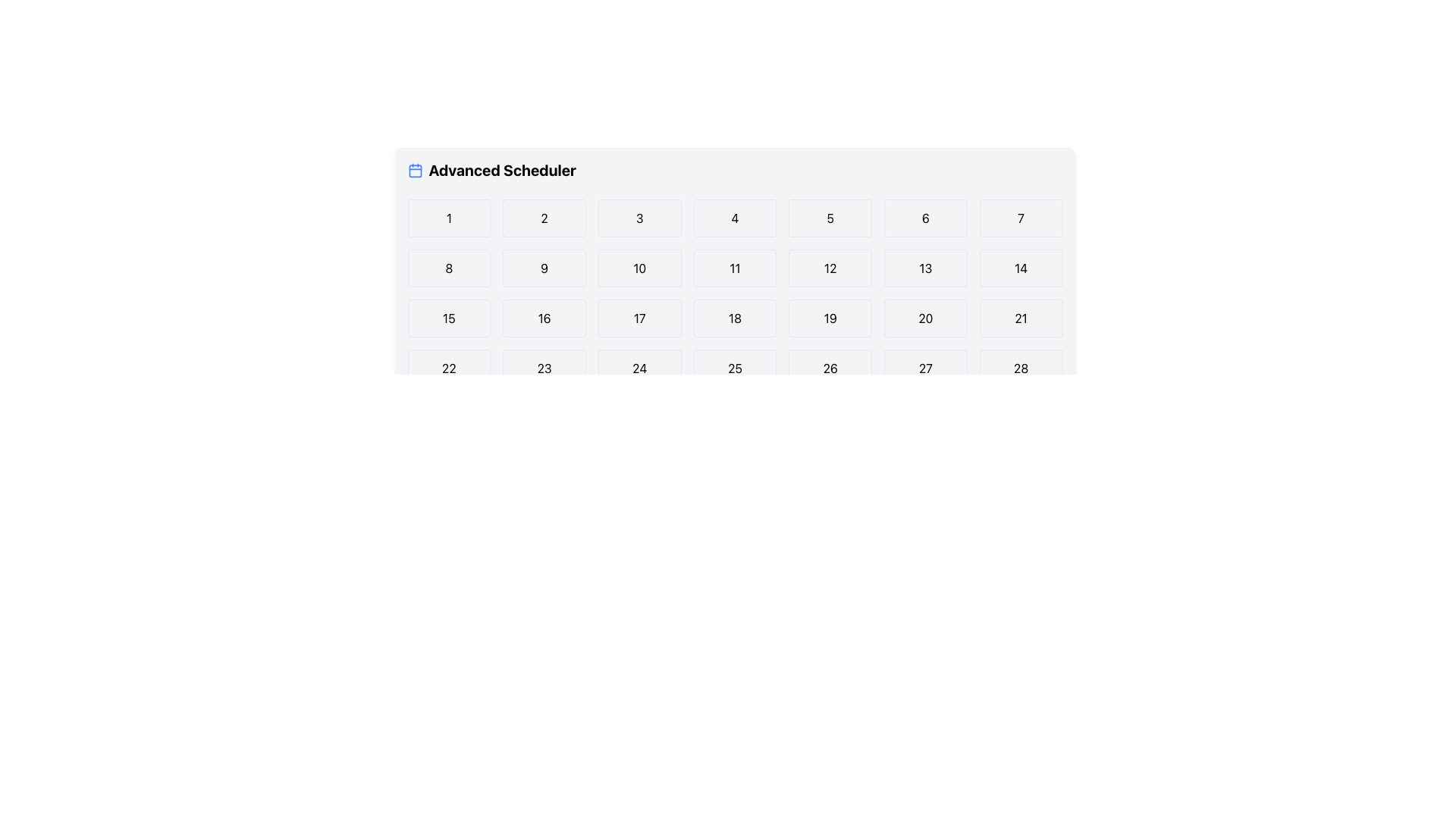  Describe the element at coordinates (544, 218) in the screenshot. I see `the second button in the top row of the grid under the 'Advanced Scheduler' section` at that location.